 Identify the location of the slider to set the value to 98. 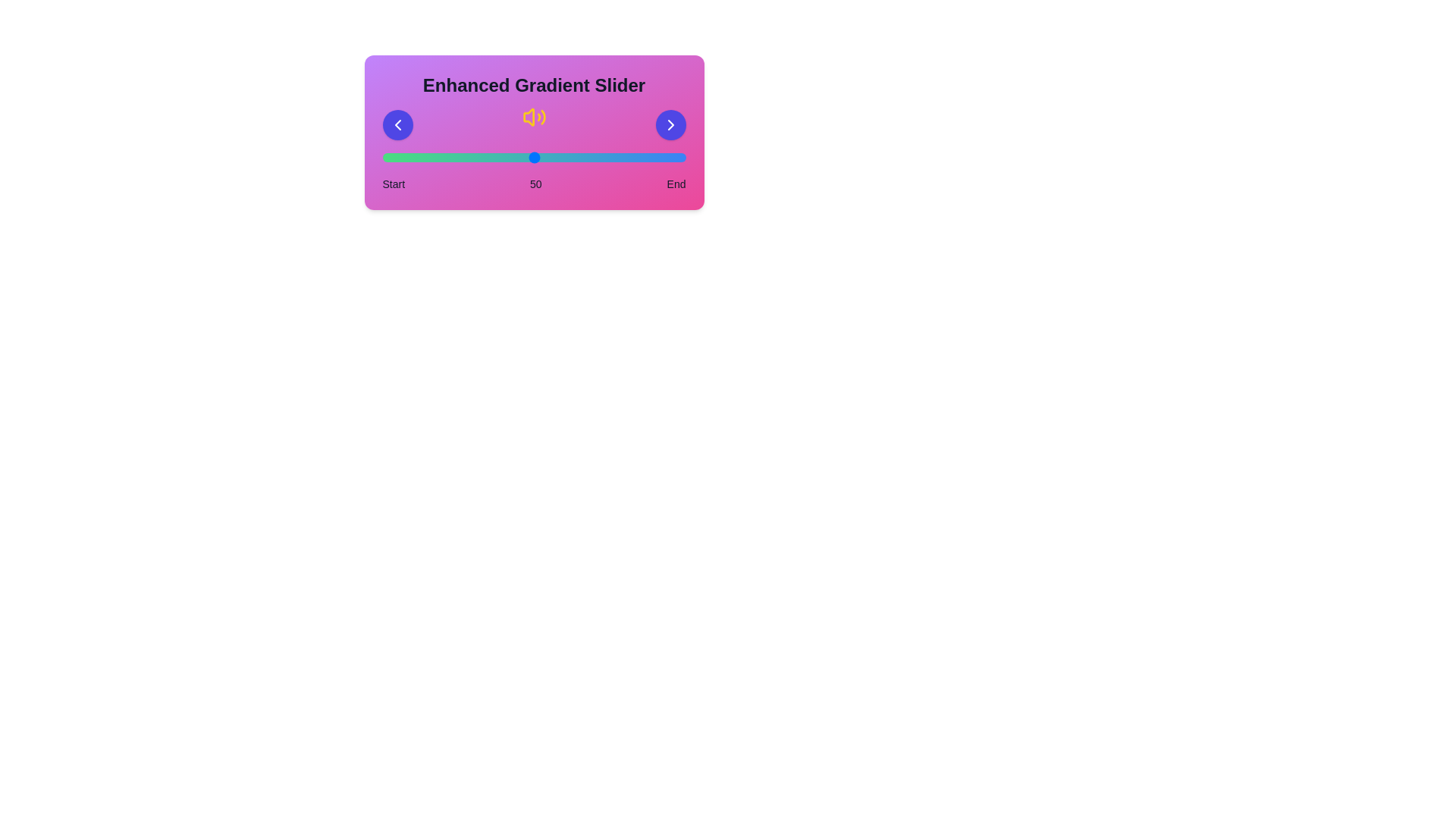
(679, 158).